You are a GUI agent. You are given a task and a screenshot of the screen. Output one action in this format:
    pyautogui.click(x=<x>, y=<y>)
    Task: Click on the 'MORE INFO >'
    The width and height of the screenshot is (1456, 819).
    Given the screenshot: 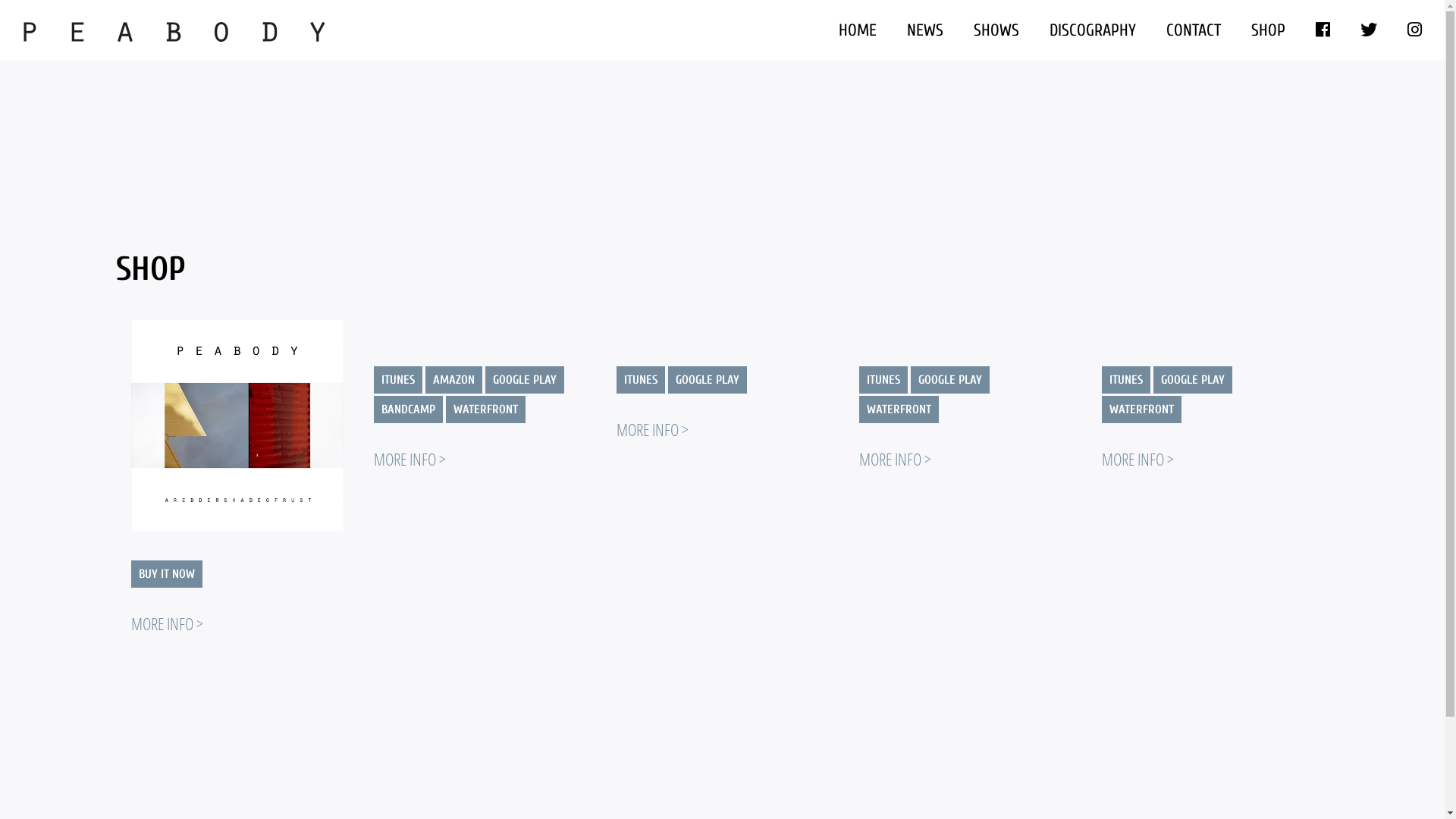 What is the action you would take?
    pyautogui.click(x=615, y=429)
    